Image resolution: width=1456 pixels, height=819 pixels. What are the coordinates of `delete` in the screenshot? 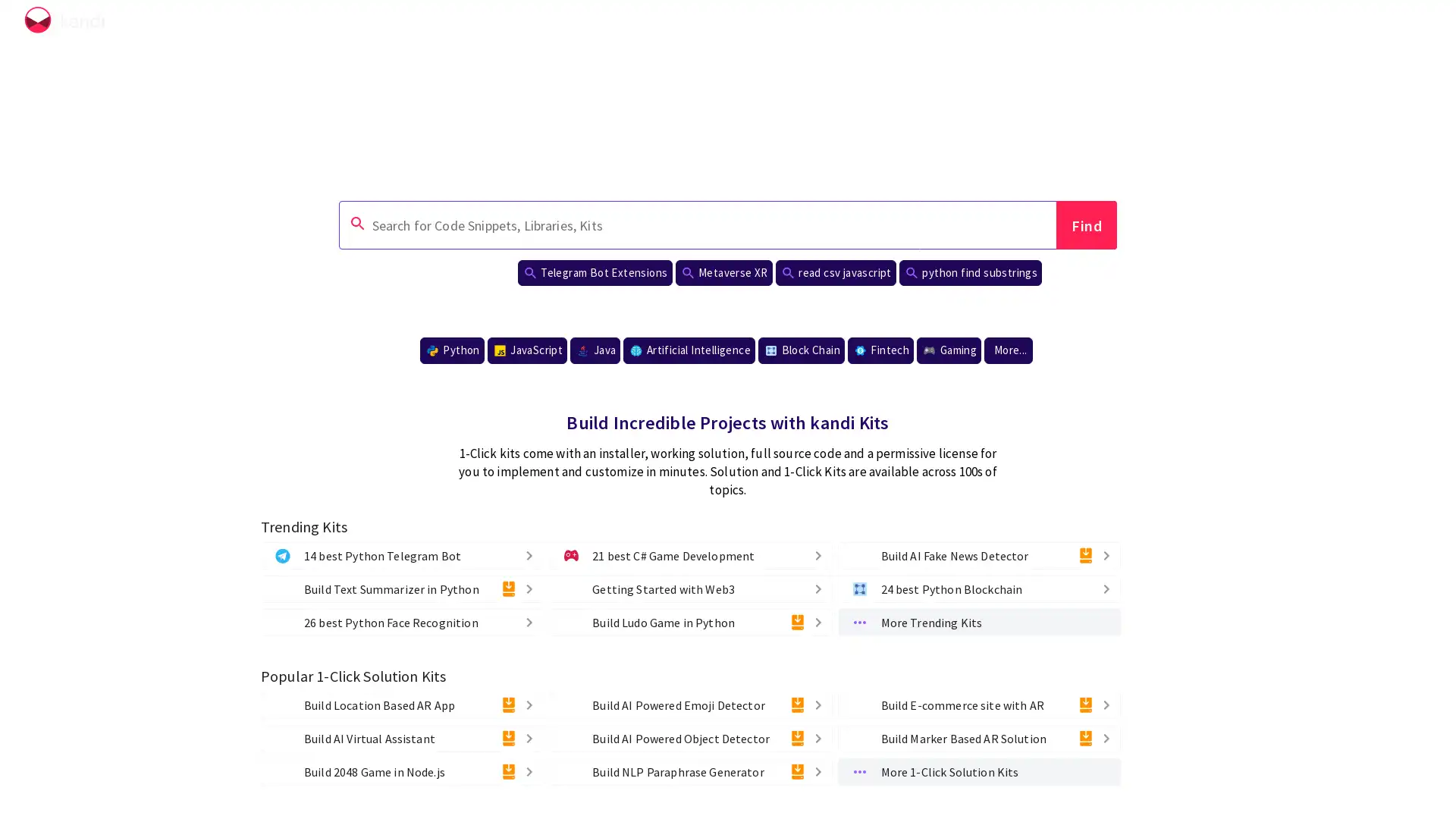 It's located at (805, 555).